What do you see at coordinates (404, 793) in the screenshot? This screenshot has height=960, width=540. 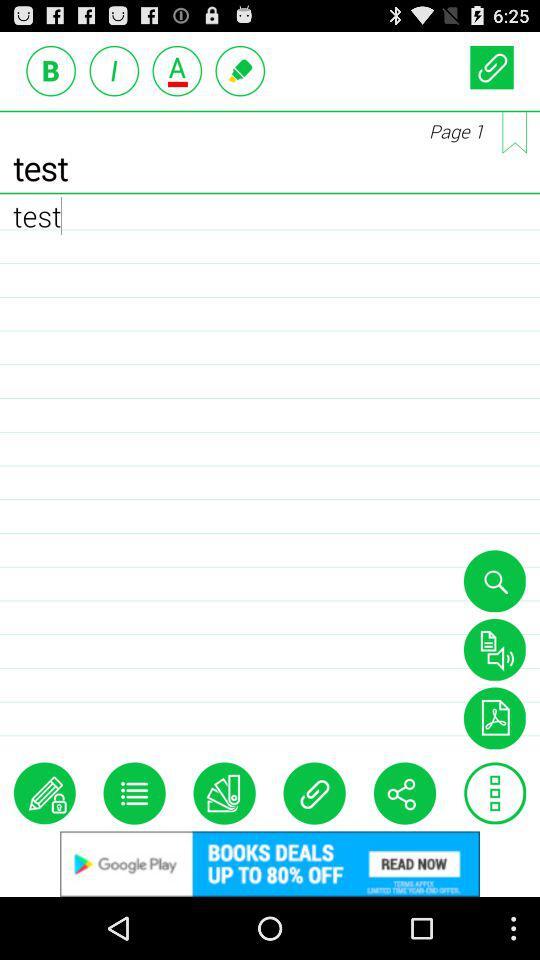 I see `share the content through other social media platforms` at bounding box center [404, 793].